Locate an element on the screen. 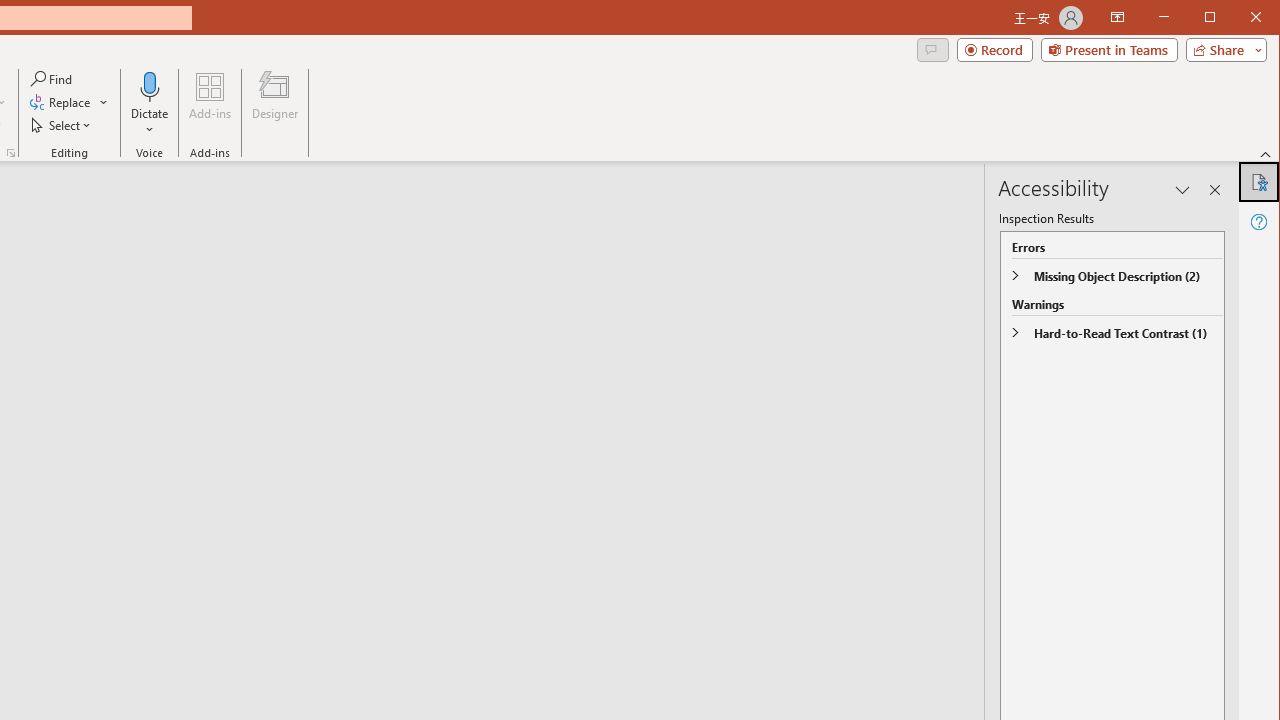 This screenshot has width=1280, height=720. 'Accessibility' is located at coordinates (1257, 182).